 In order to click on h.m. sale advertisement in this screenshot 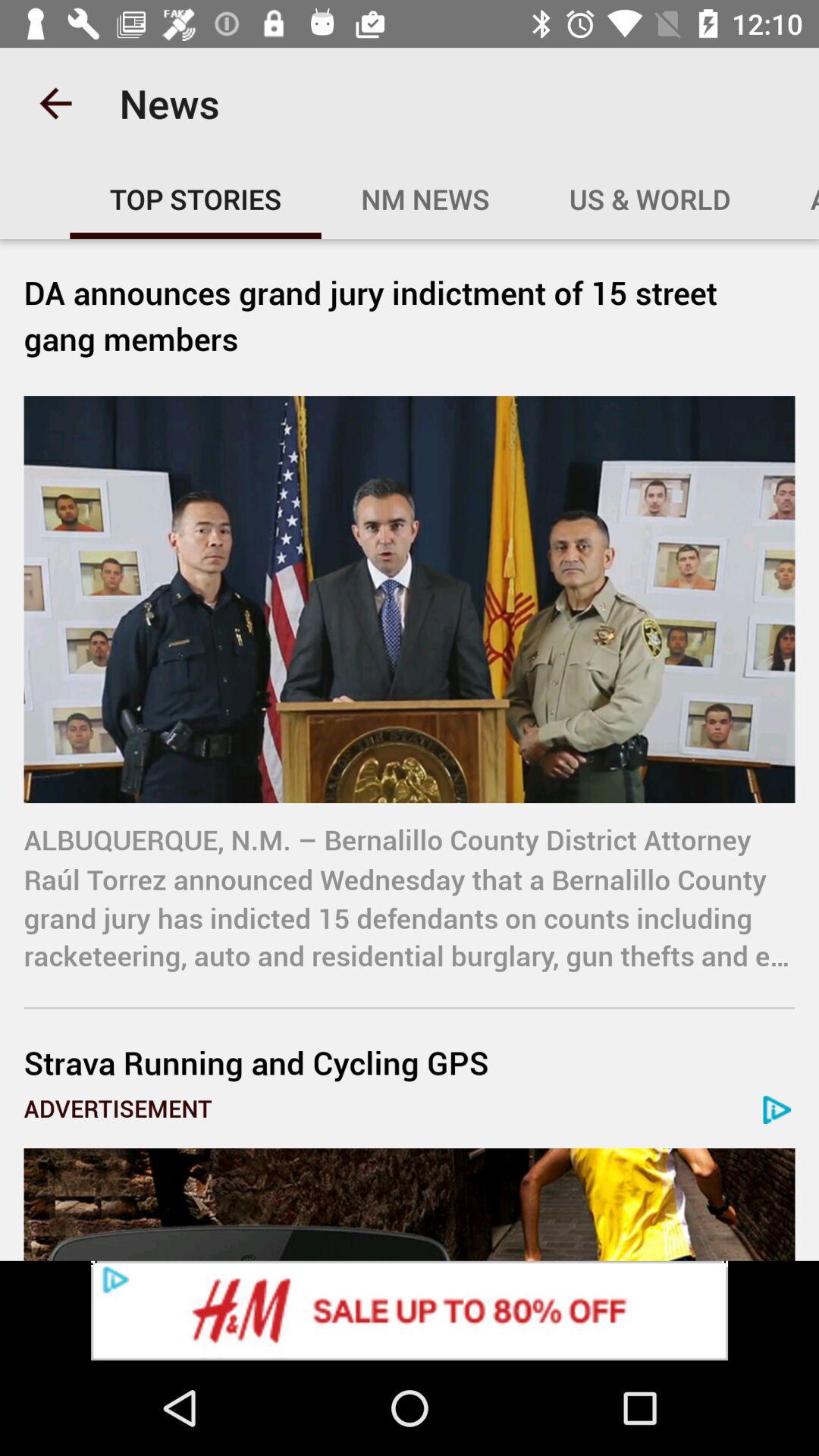, I will do `click(409, 1310)`.